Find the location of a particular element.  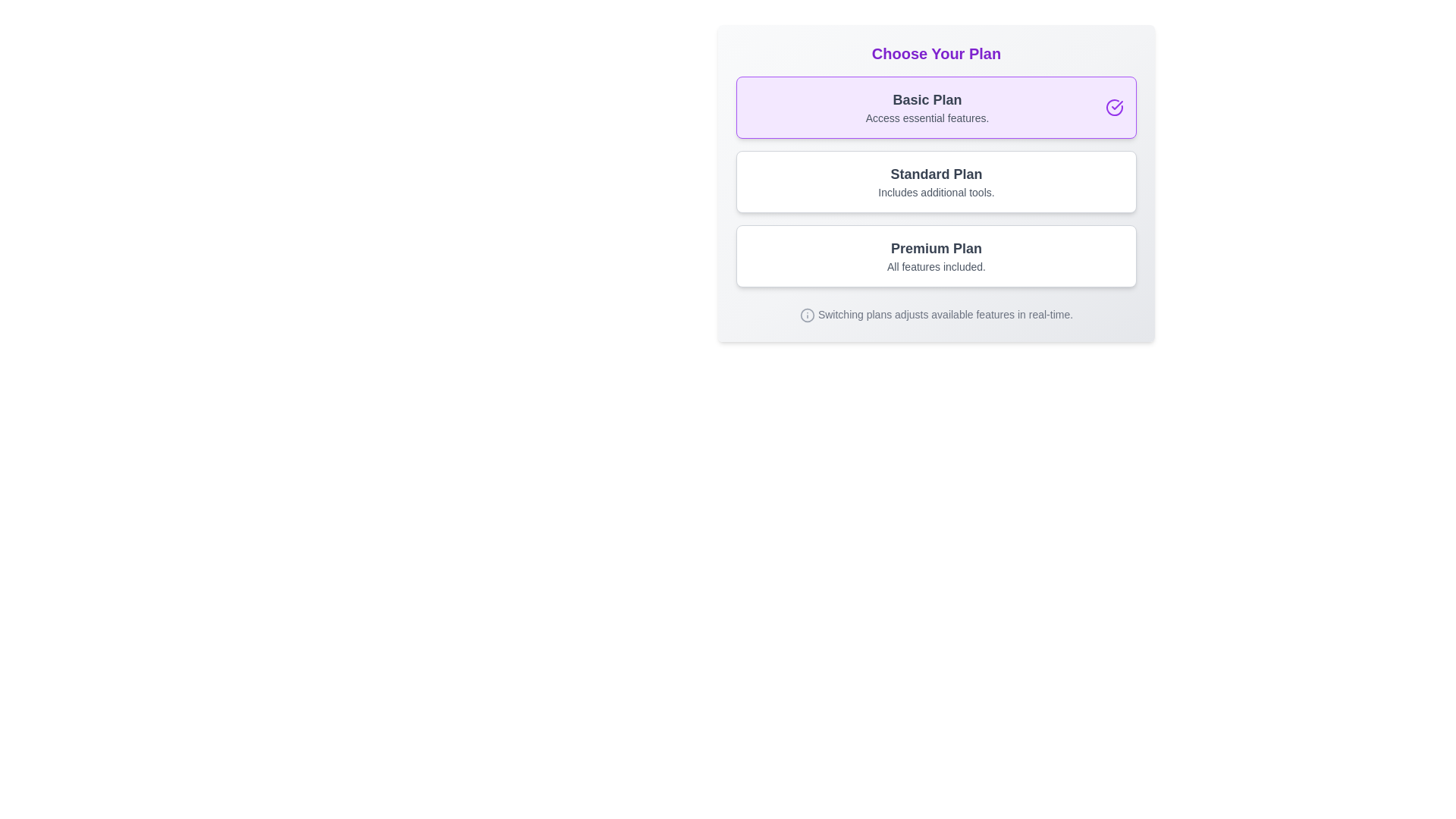

the text label reading 'Includes additional tools.' located below the 'Standard Plan' heading in the second card of the plan options is located at coordinates (935, 192).